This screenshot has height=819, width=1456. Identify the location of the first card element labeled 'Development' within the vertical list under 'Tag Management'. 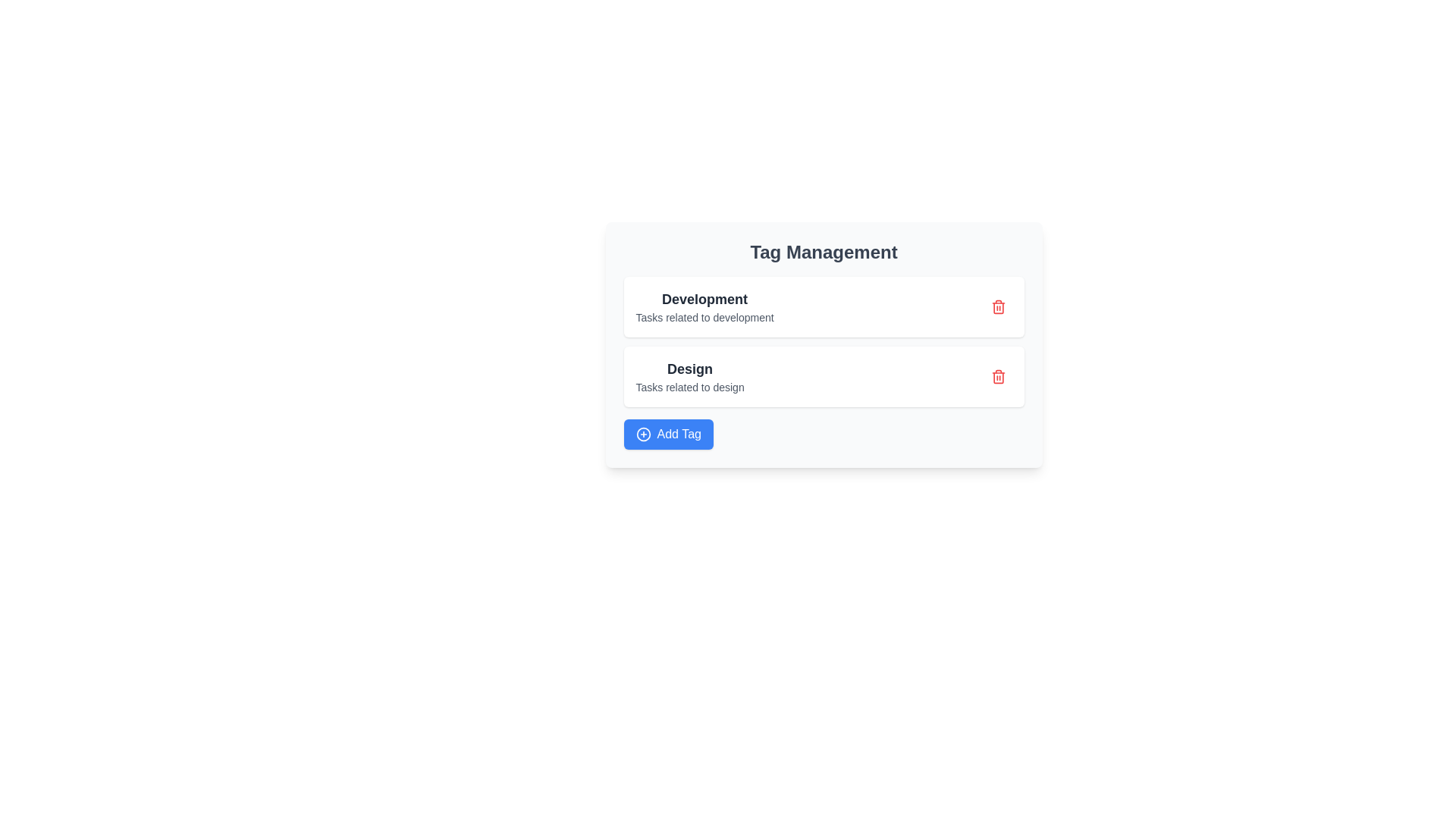
(704, 307).